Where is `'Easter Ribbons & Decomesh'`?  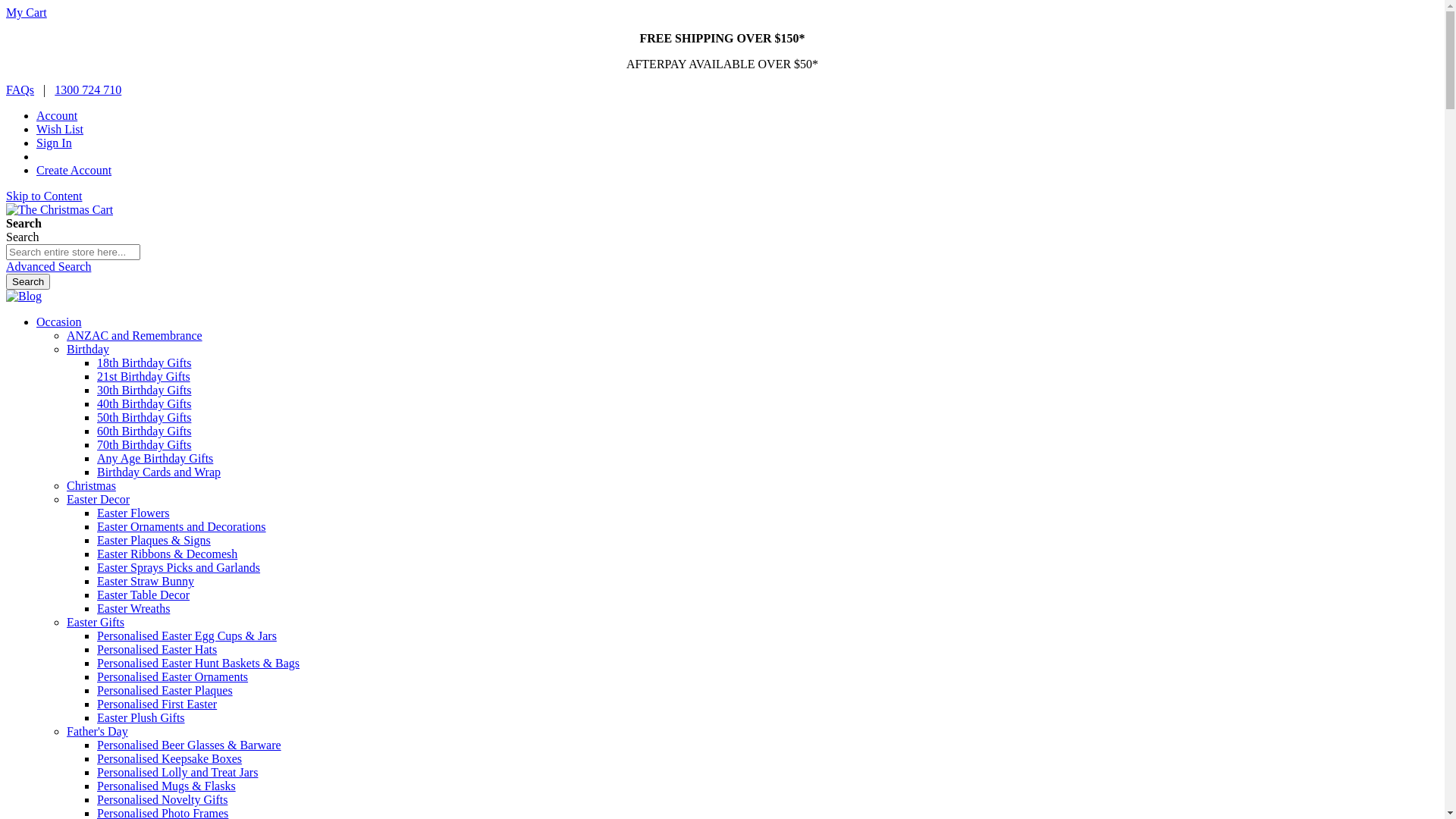 'Easter Ribbons & Decomesh' is located at coordinates (167, 554).